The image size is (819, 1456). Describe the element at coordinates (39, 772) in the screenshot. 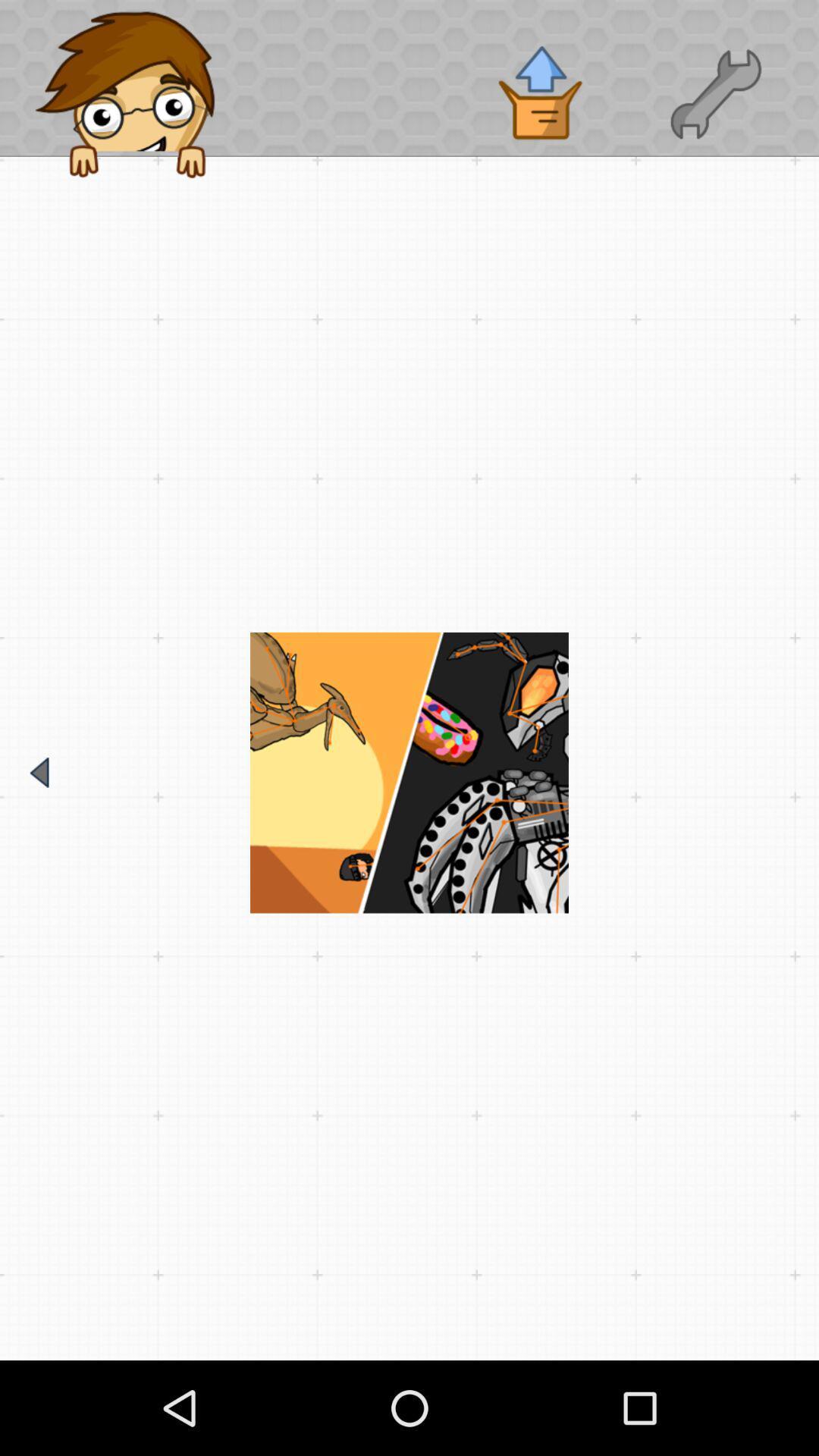

I see `go back` at that location.